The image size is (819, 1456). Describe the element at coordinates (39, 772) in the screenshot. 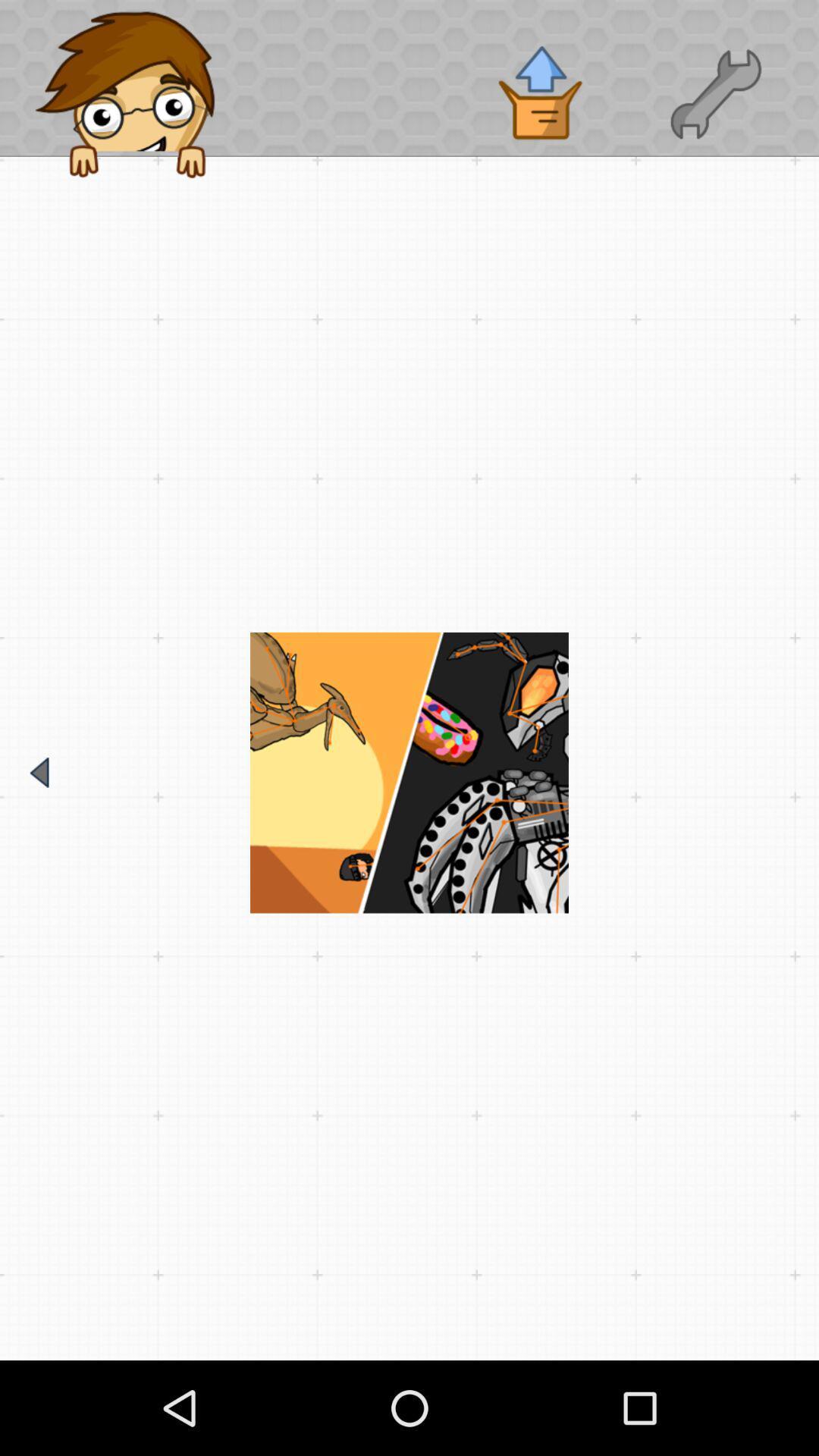

I see `go back` at that location.